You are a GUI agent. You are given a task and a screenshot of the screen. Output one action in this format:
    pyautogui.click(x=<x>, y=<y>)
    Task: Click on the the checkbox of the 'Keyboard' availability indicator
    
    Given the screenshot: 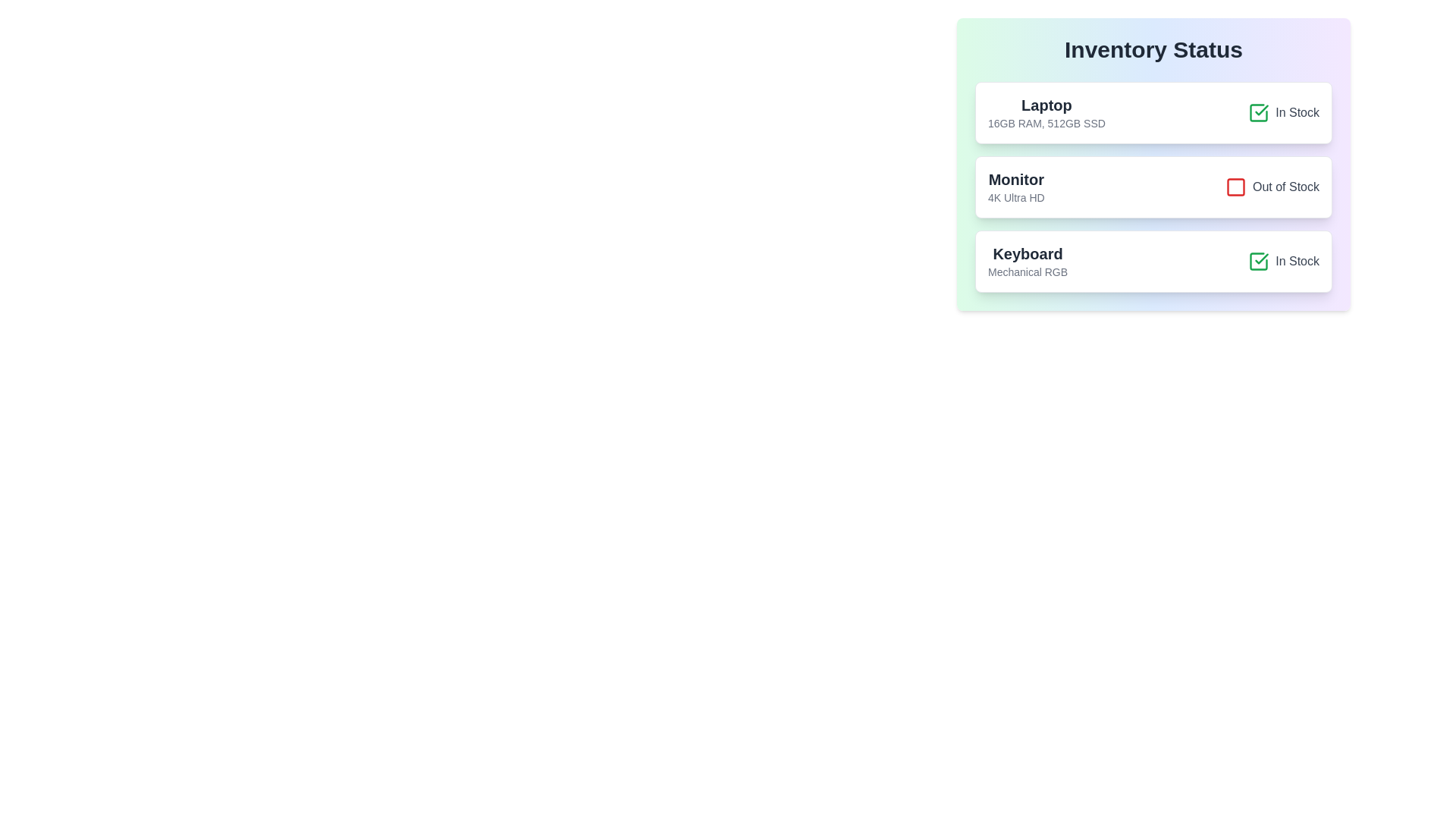 What is the action you would take?
    pyautogui.click(x=1283, y=260)
    